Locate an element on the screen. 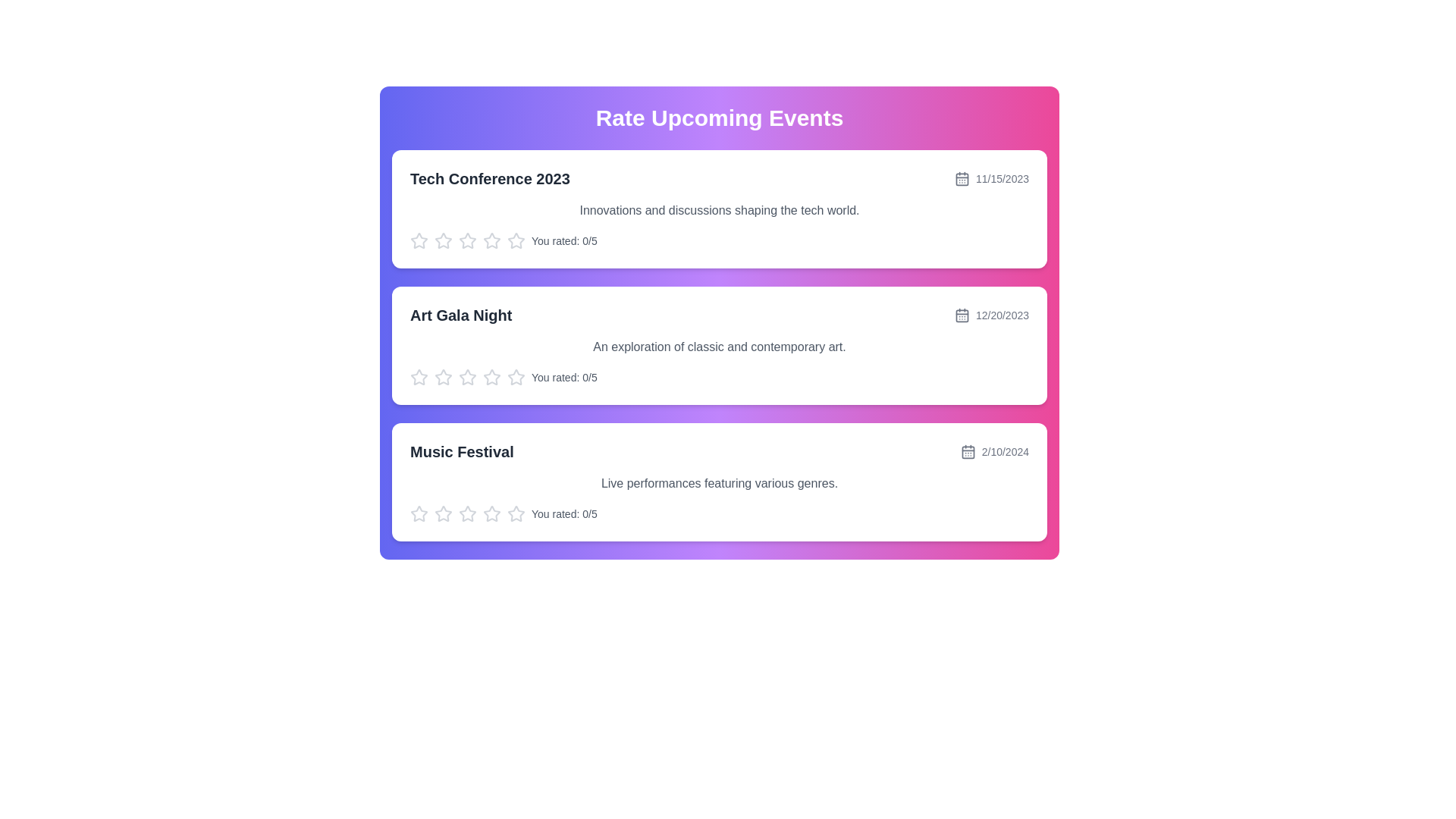  the fifth star icon in the rating widget to give a 5-star rating for the event 'Music Festival' is located at coordinates (516, 513).